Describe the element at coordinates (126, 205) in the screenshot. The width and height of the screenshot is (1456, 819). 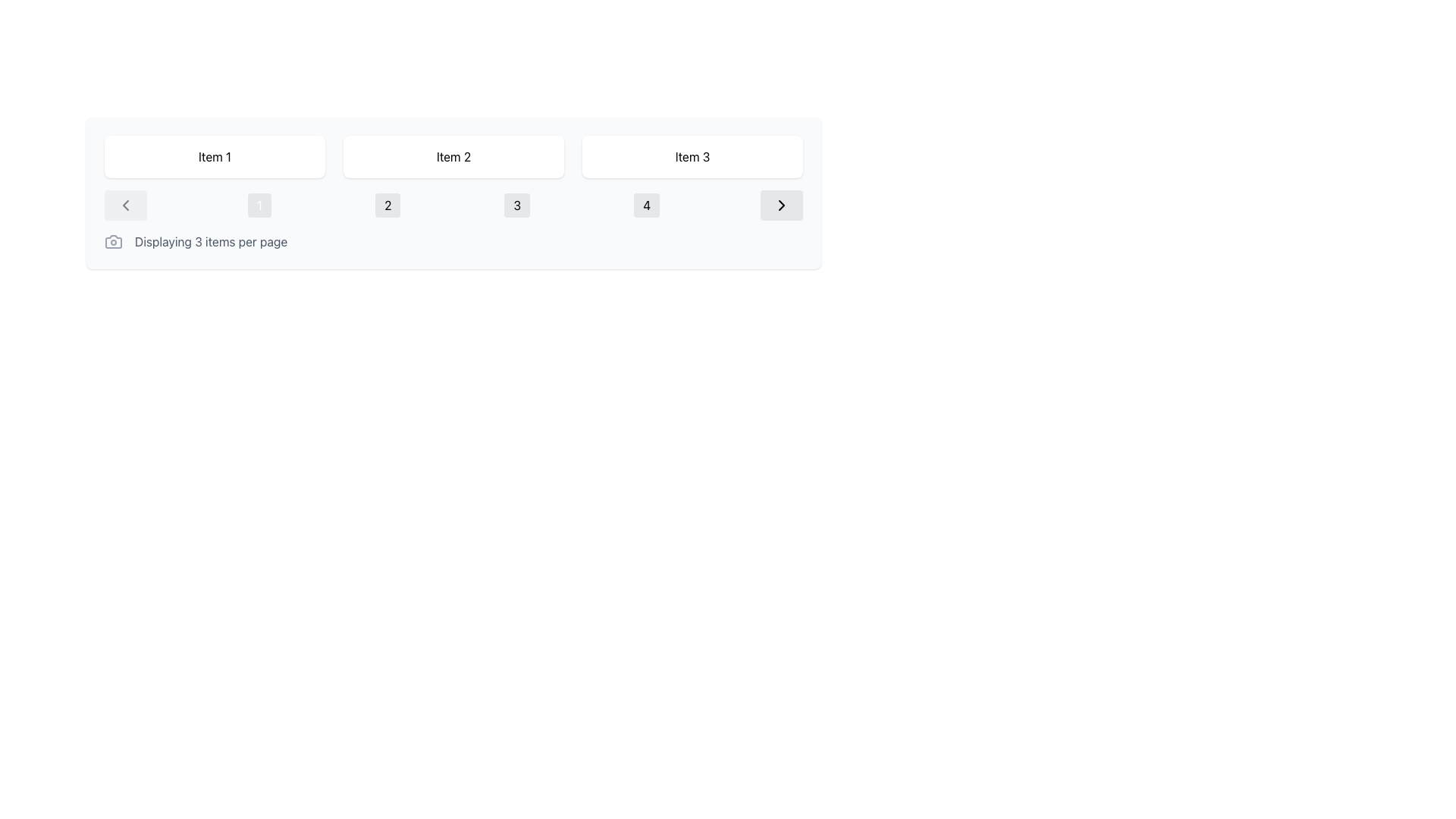
I see `the left-pointing chevron icon located within the pagination navigation bar, which is styled with a gray stroke and a light gray background` at that location.